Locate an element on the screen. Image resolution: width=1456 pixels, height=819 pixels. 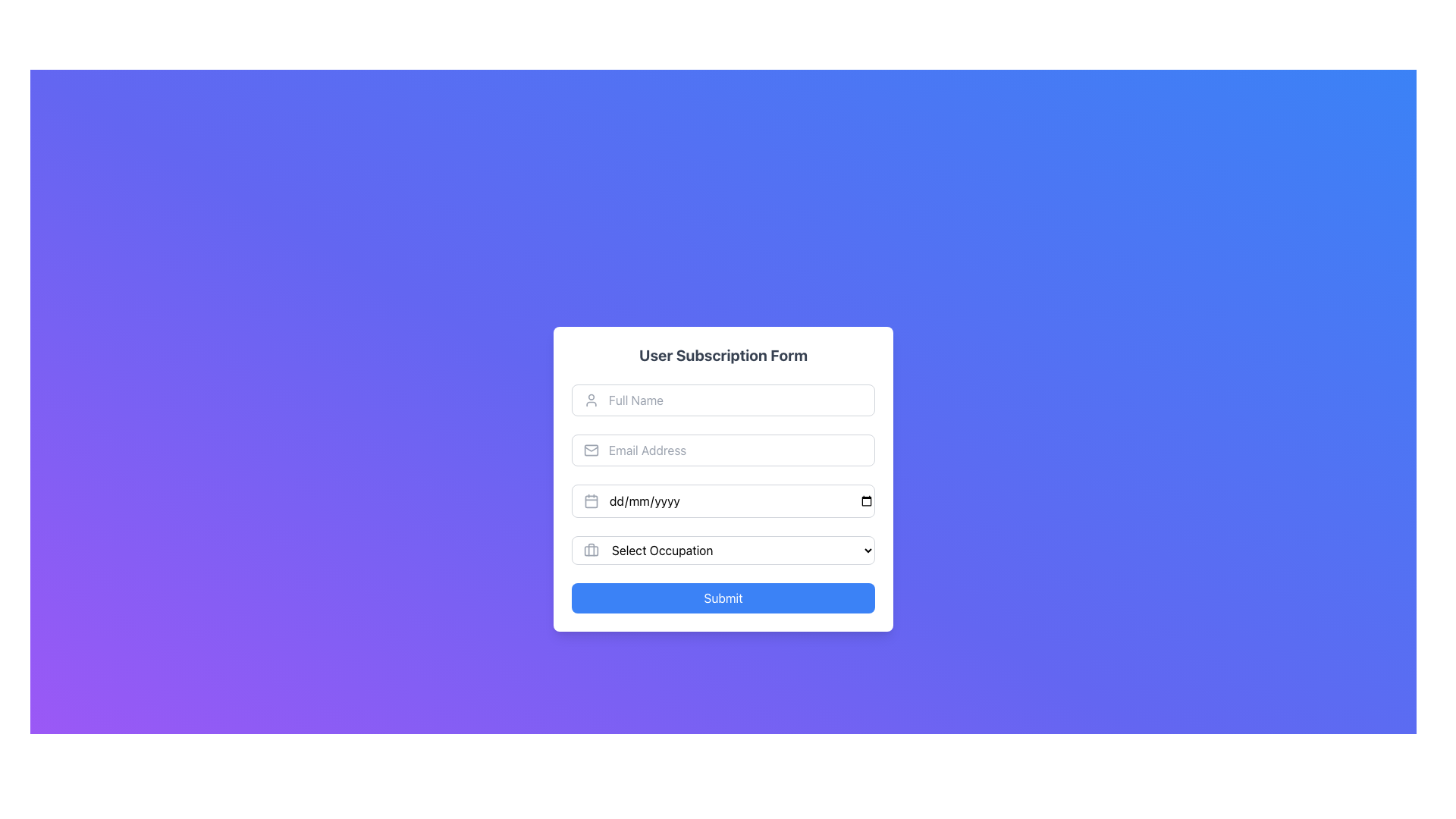
the envelope icon located within the Email Address field of the User Subscription Form, which has a light gray fill and rounded corners is located at coordinates (590, 450).